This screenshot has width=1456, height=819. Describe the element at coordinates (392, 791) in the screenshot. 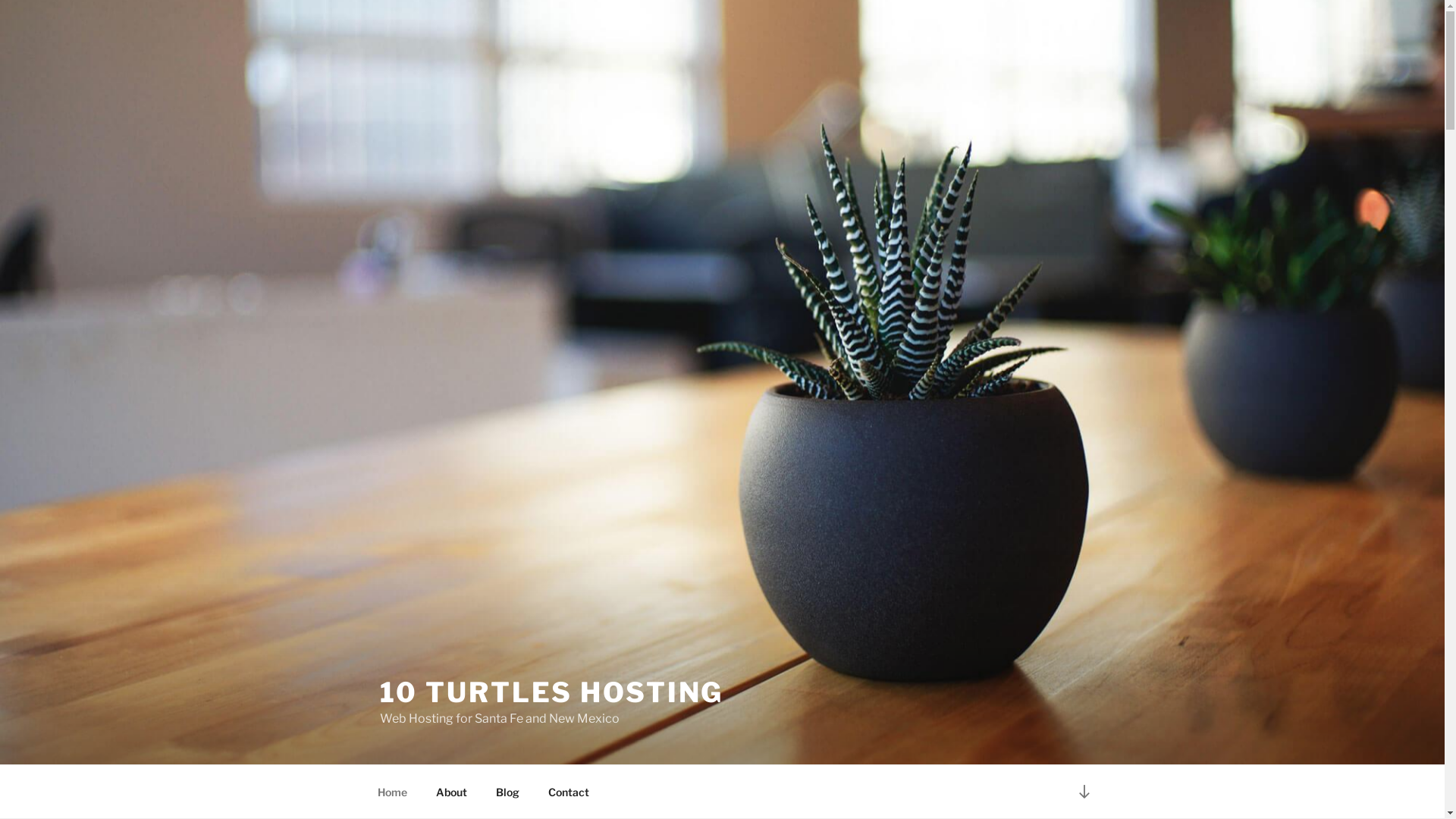

I see `'Home'` at that location.